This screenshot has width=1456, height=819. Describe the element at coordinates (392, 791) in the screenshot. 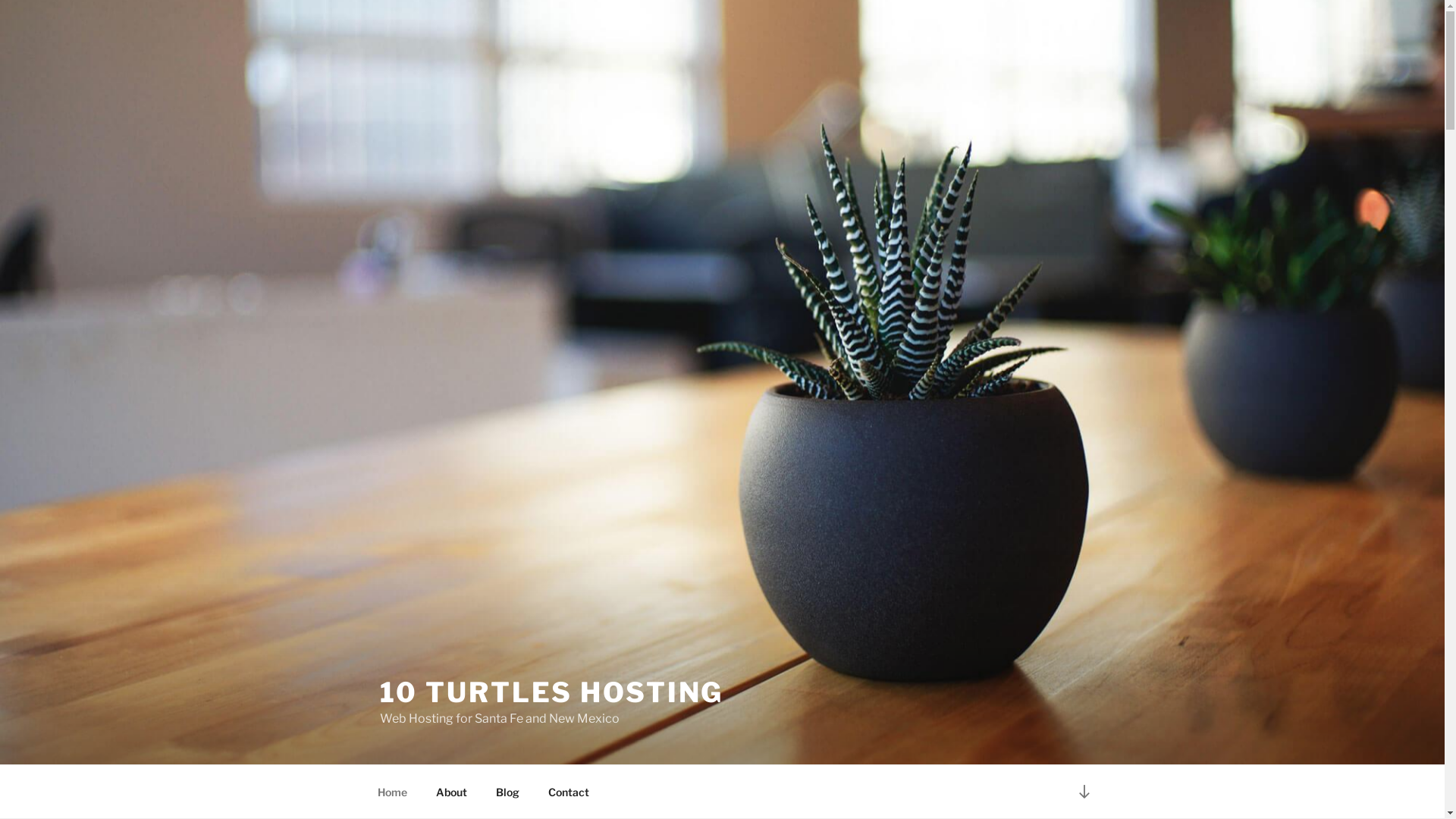

I see `'Home'` at that location.